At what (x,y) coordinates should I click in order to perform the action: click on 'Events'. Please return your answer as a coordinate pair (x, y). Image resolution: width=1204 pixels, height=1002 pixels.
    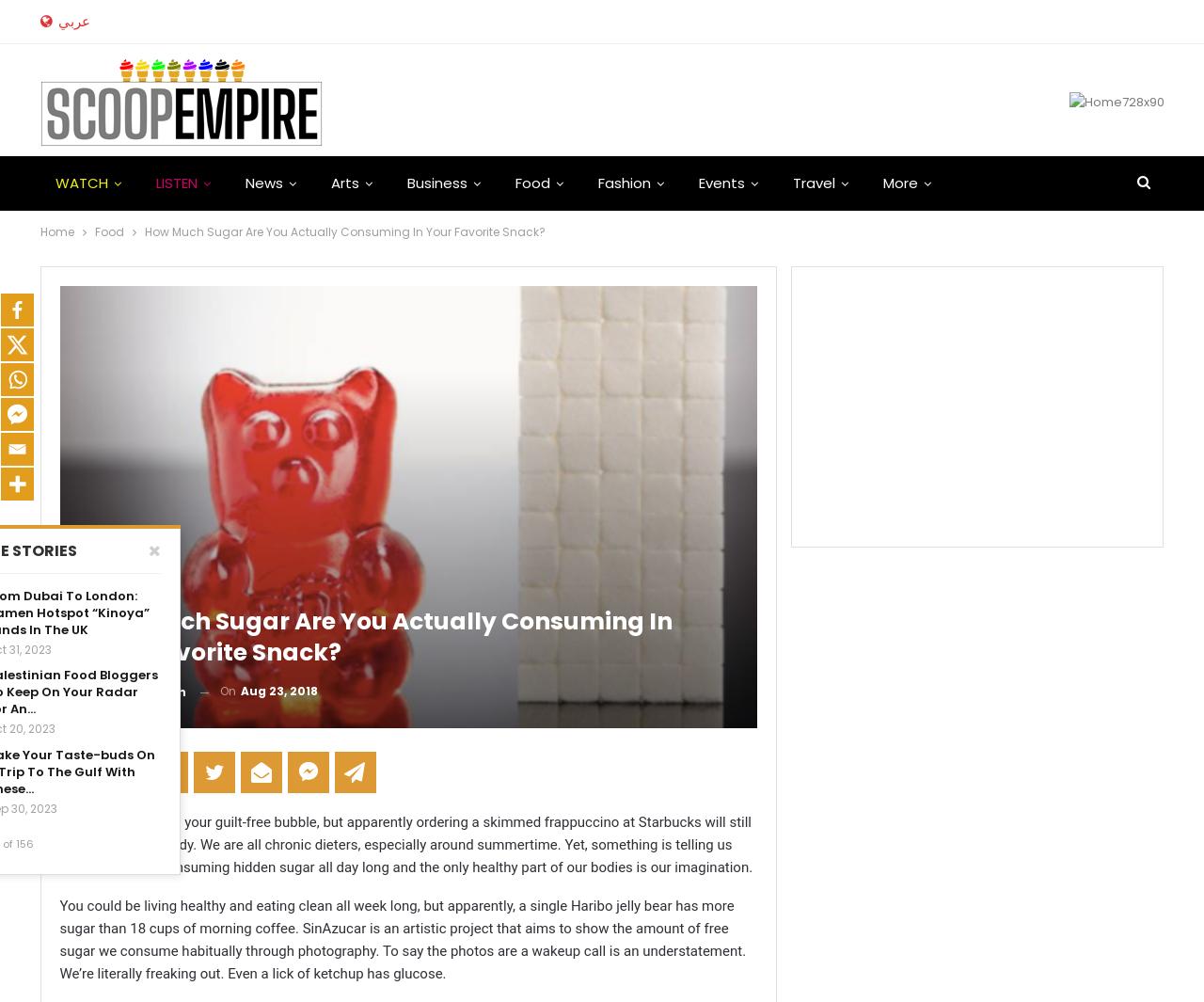
    Looking at the image, I should click on (720, 182).